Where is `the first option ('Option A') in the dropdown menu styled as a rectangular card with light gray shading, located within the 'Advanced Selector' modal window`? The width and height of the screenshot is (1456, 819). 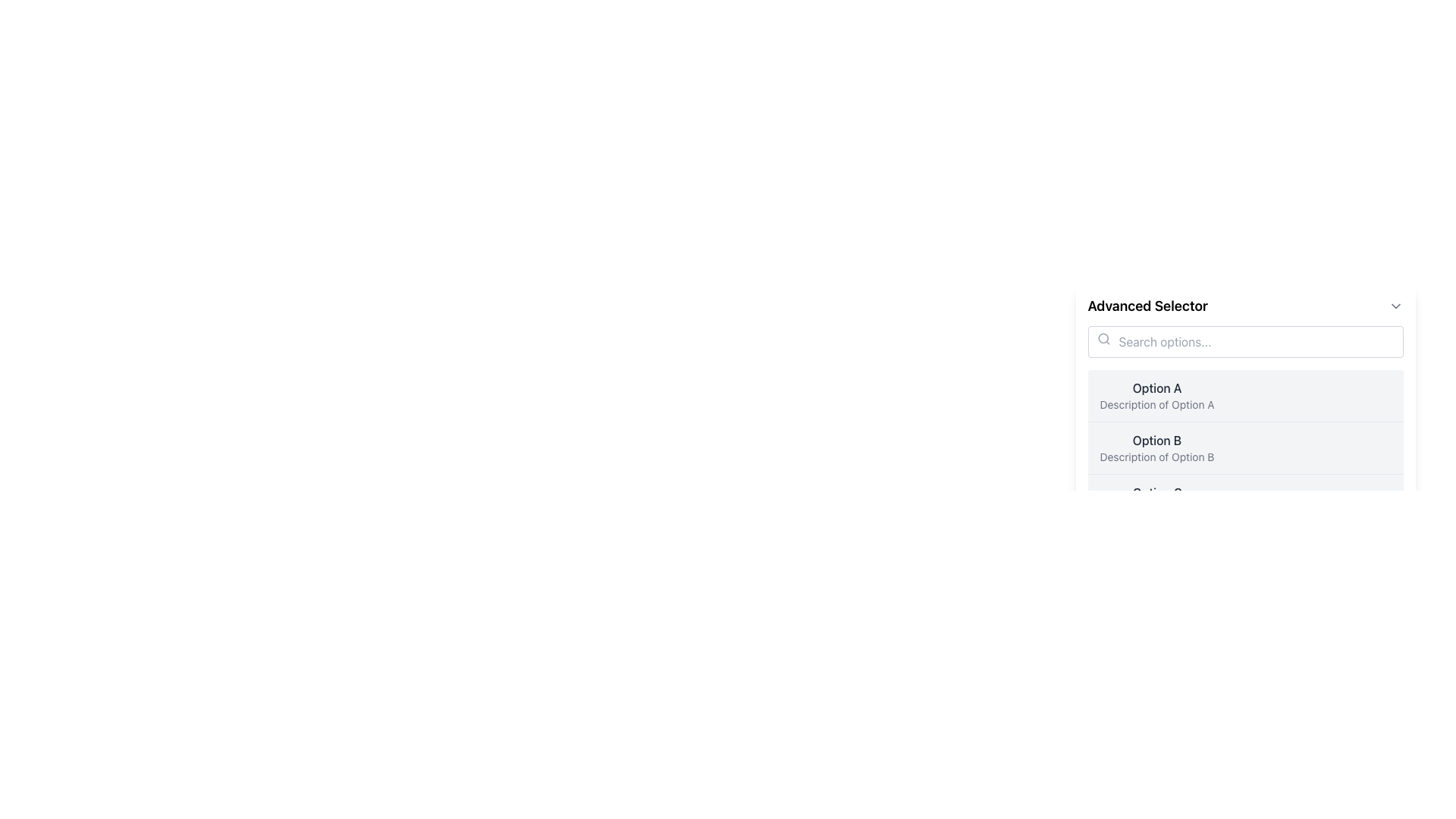 the first option ('Option A') in the dropdown menu styled as a rectangular card with light gray shading, located within the 'Advanced Selector' modal window is located at coordinates (1245, 411).